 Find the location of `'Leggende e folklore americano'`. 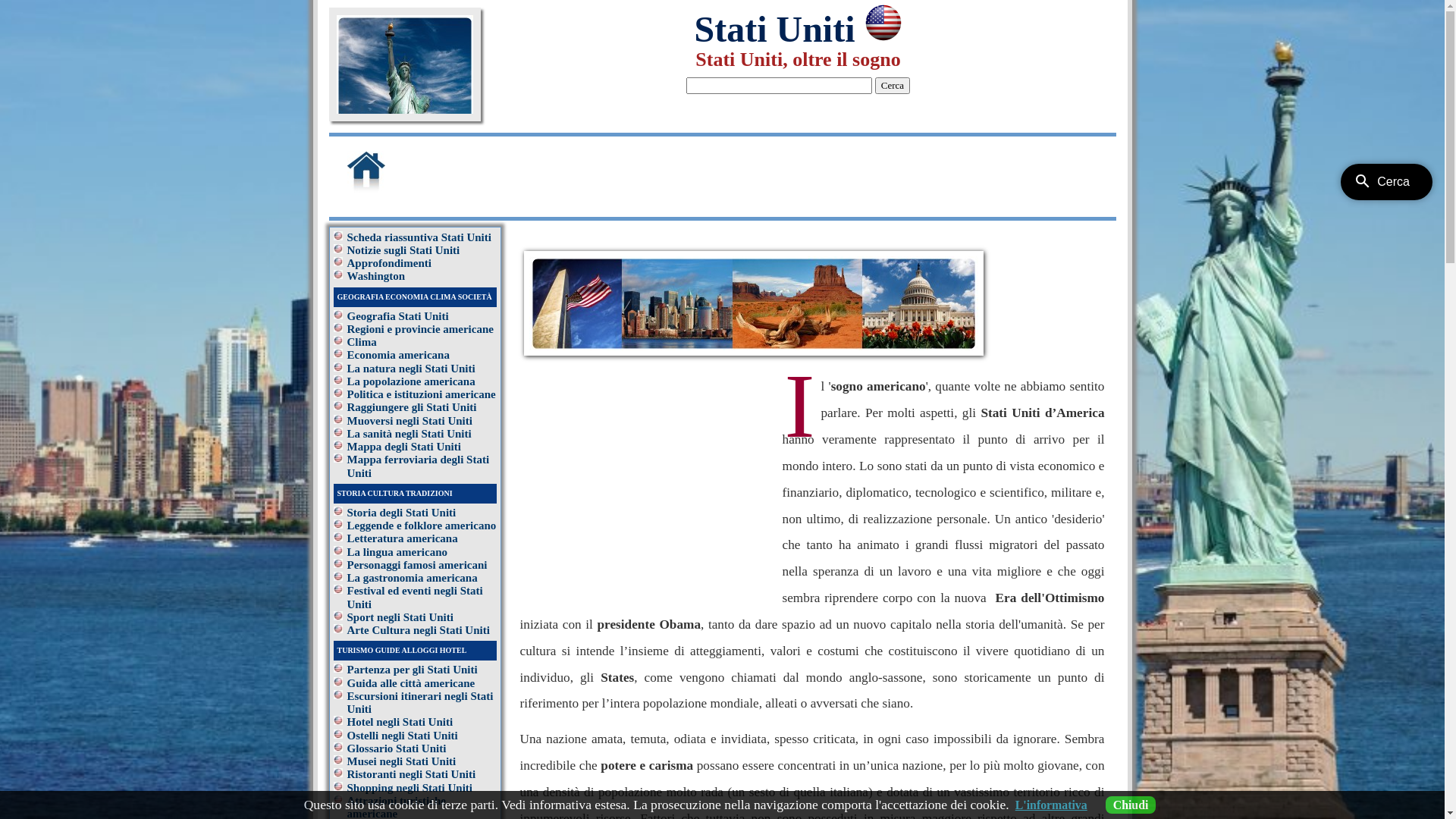

'Leggende e folklore americano' is located at coordinates (422, 525).